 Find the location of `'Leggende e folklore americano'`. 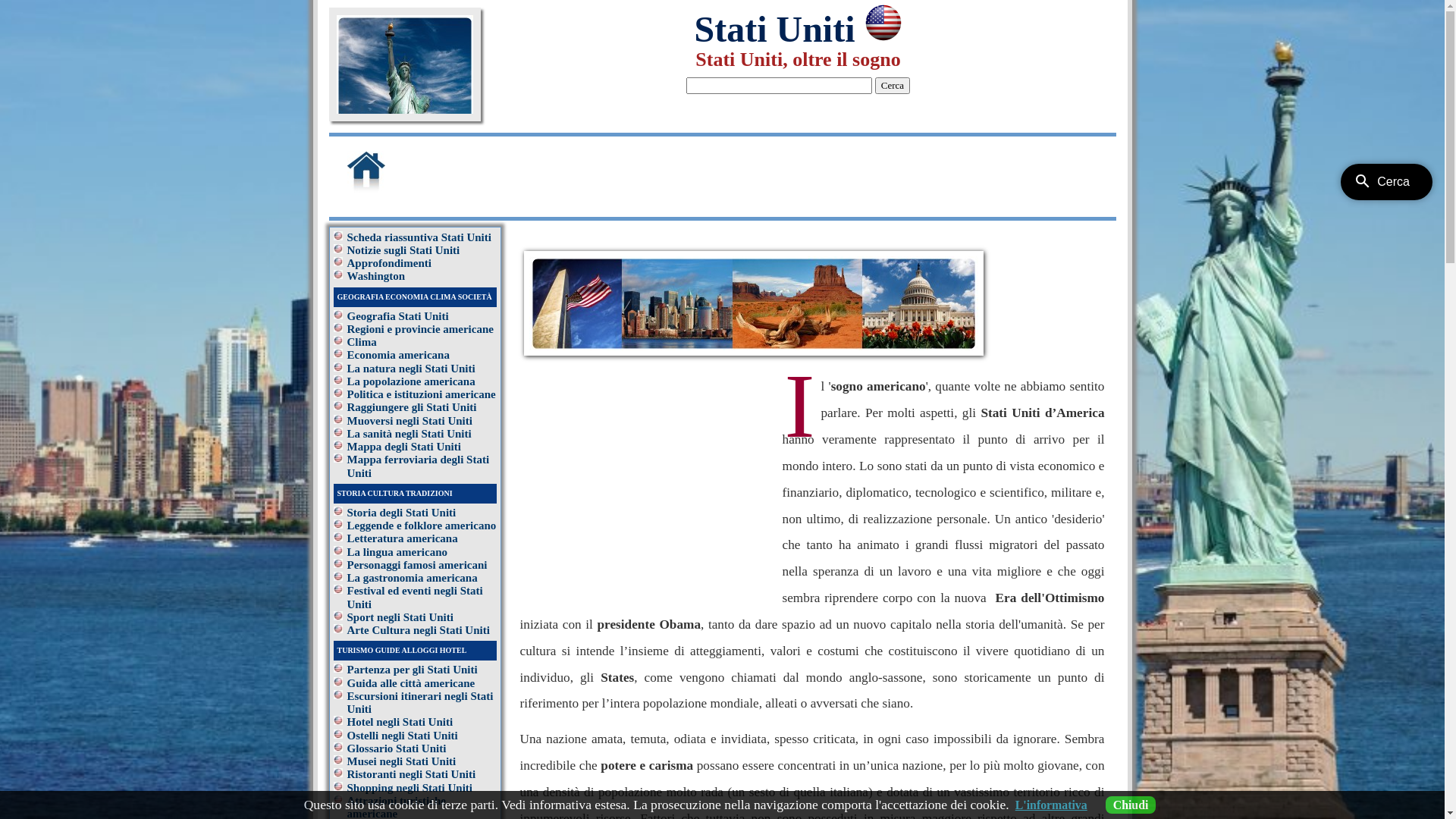

'Leggende e folklore americano' is located at coordinates (422, 525).